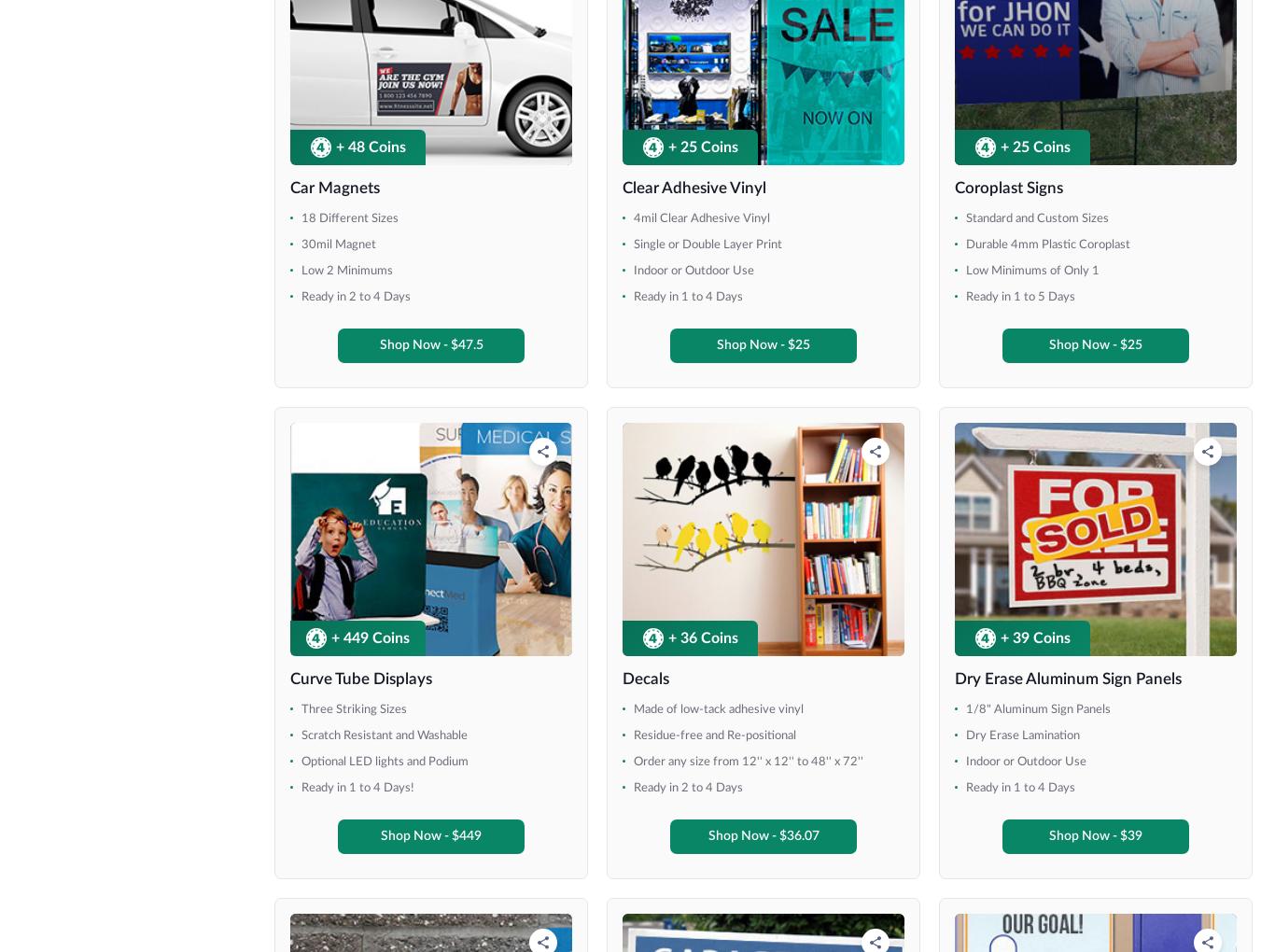  What do you see at coordinates (532, 574) in the screenshot?
I see `'Adhesive Back Vinyl'` at bounding box center [532, 574].